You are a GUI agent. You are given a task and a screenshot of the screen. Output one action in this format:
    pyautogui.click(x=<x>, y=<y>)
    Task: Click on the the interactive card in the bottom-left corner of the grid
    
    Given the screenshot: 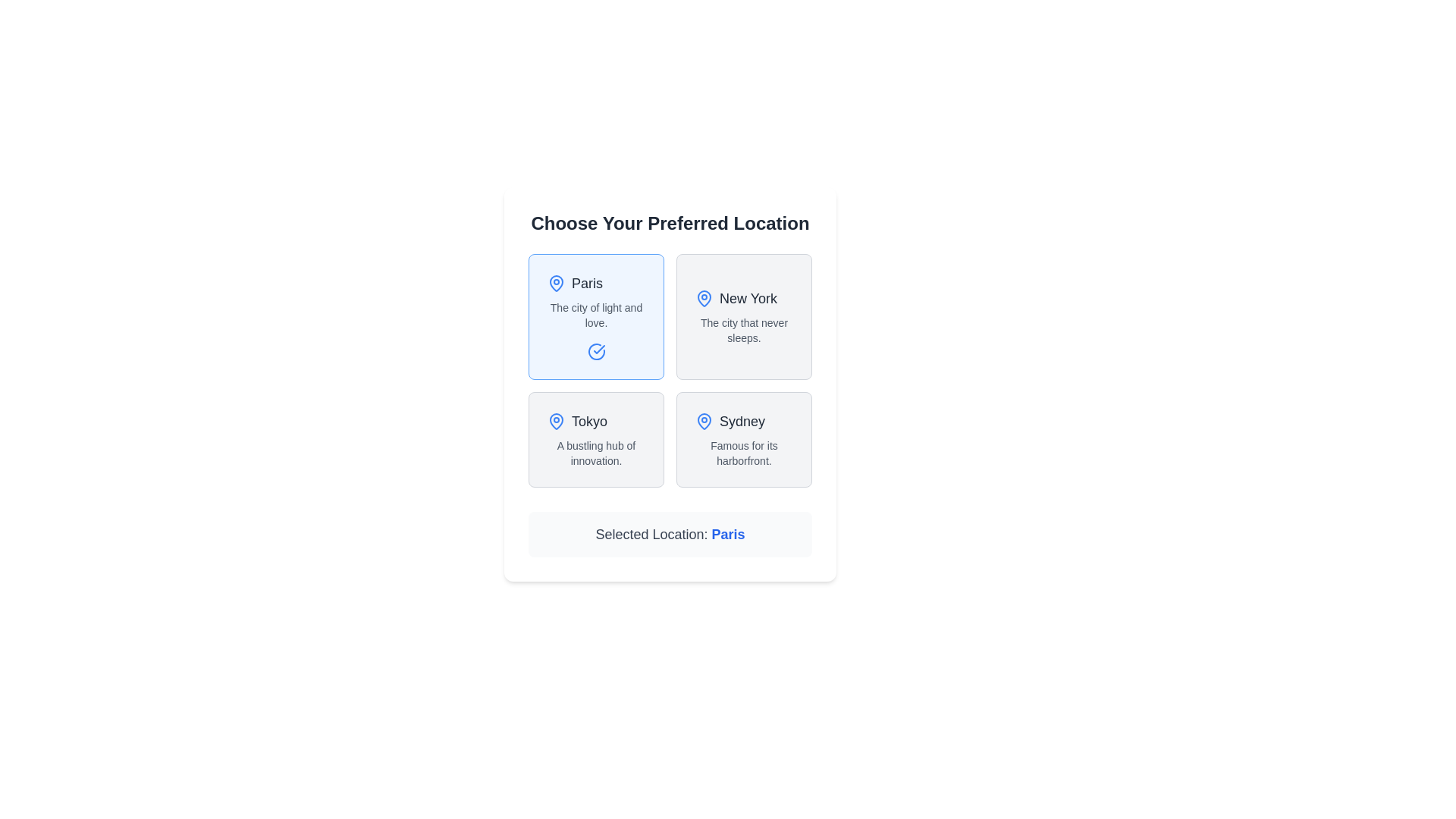 What is the action you would take?
    pyautogui.click(x=595, y=439)
    